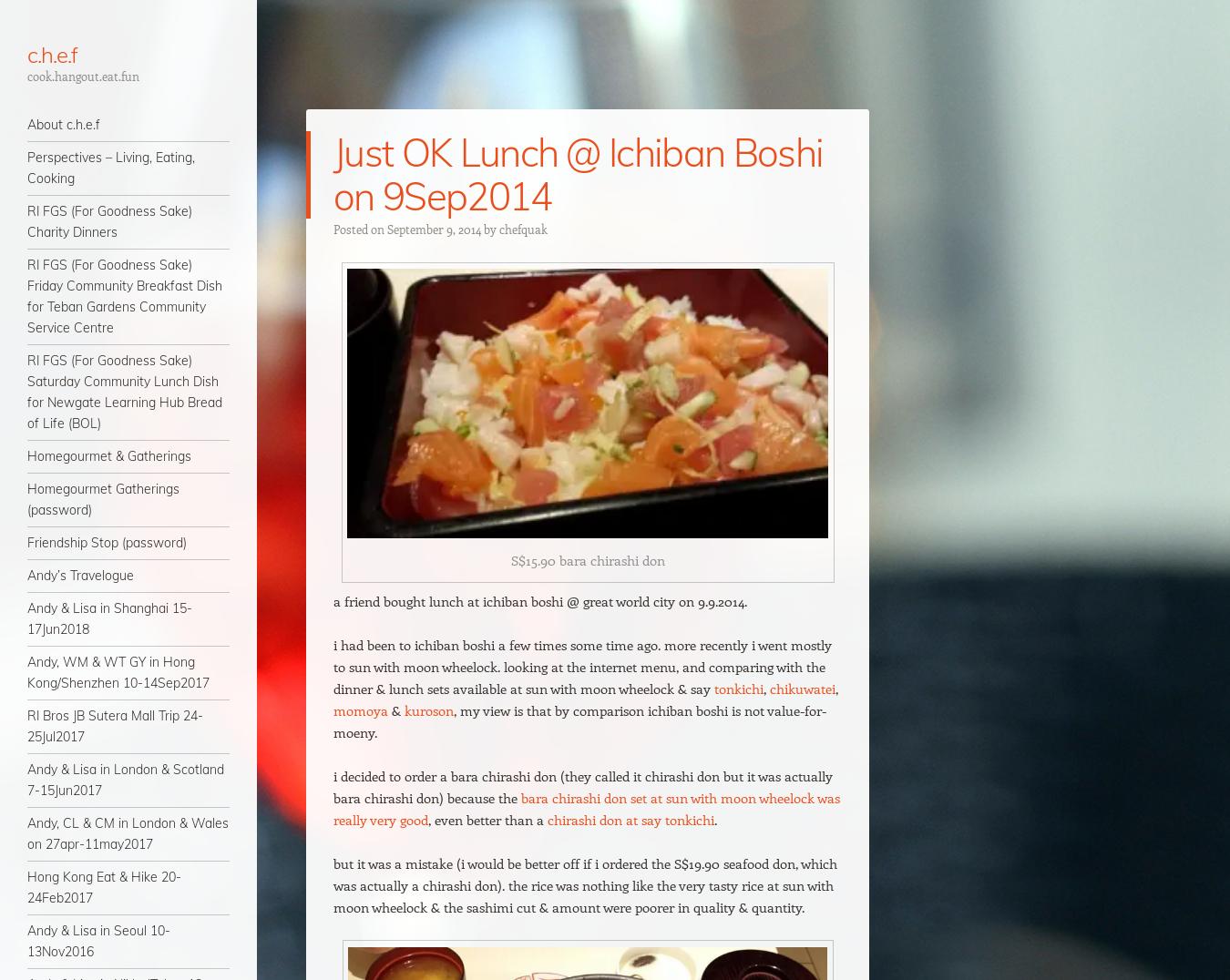  Describe the element at coordinates (109, 618) in the screenshot. I see `'Andy & Lisa in Shanghai 15-17Jun2018'` at that location.